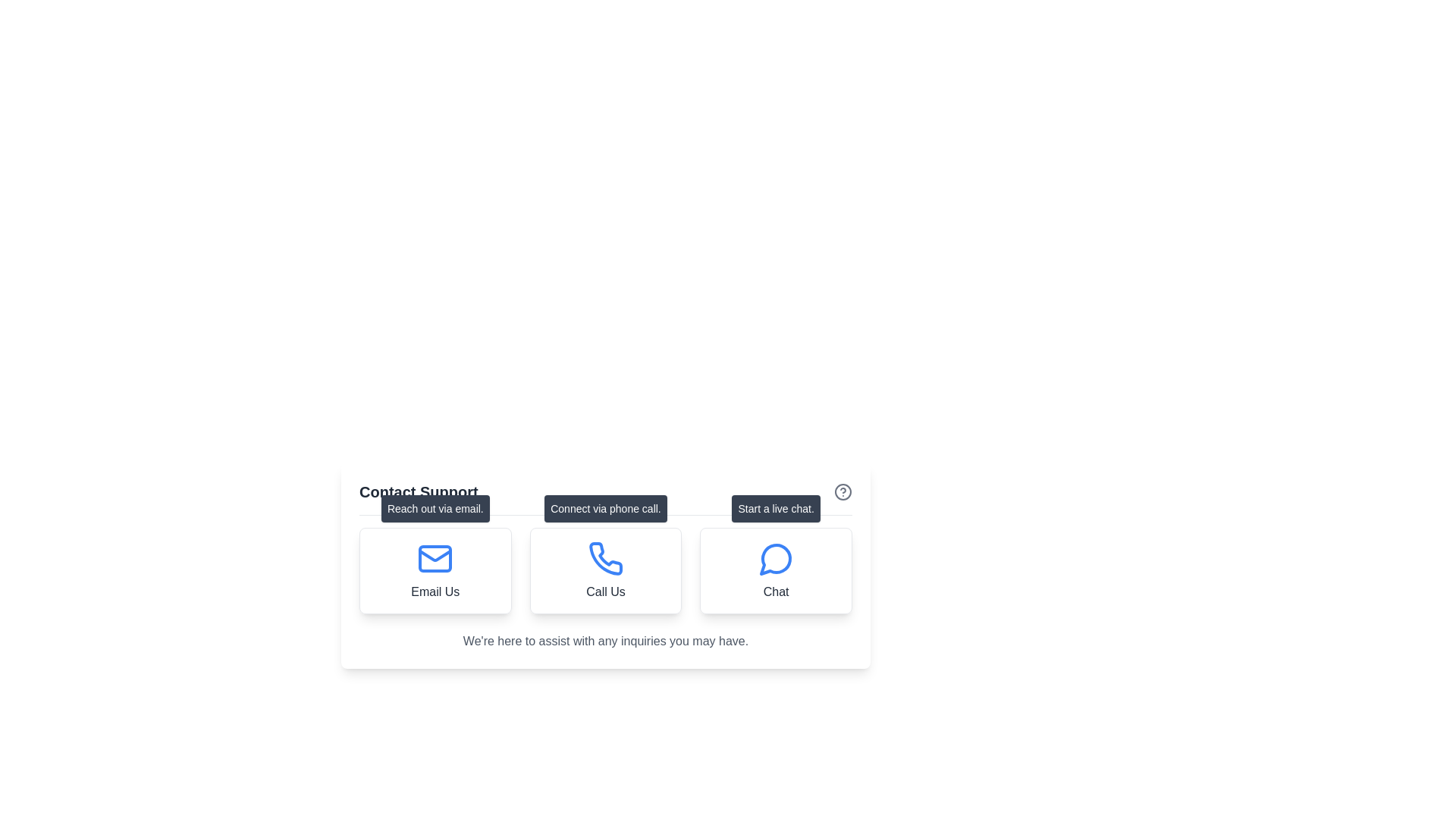 The width and height of the screenshot is (1456, 819). Describe the element at coordinates (604, 605) in the screenshot. I see `the 'Email Us' section on the Interactive Contact Panel to initiate an email` at that location.